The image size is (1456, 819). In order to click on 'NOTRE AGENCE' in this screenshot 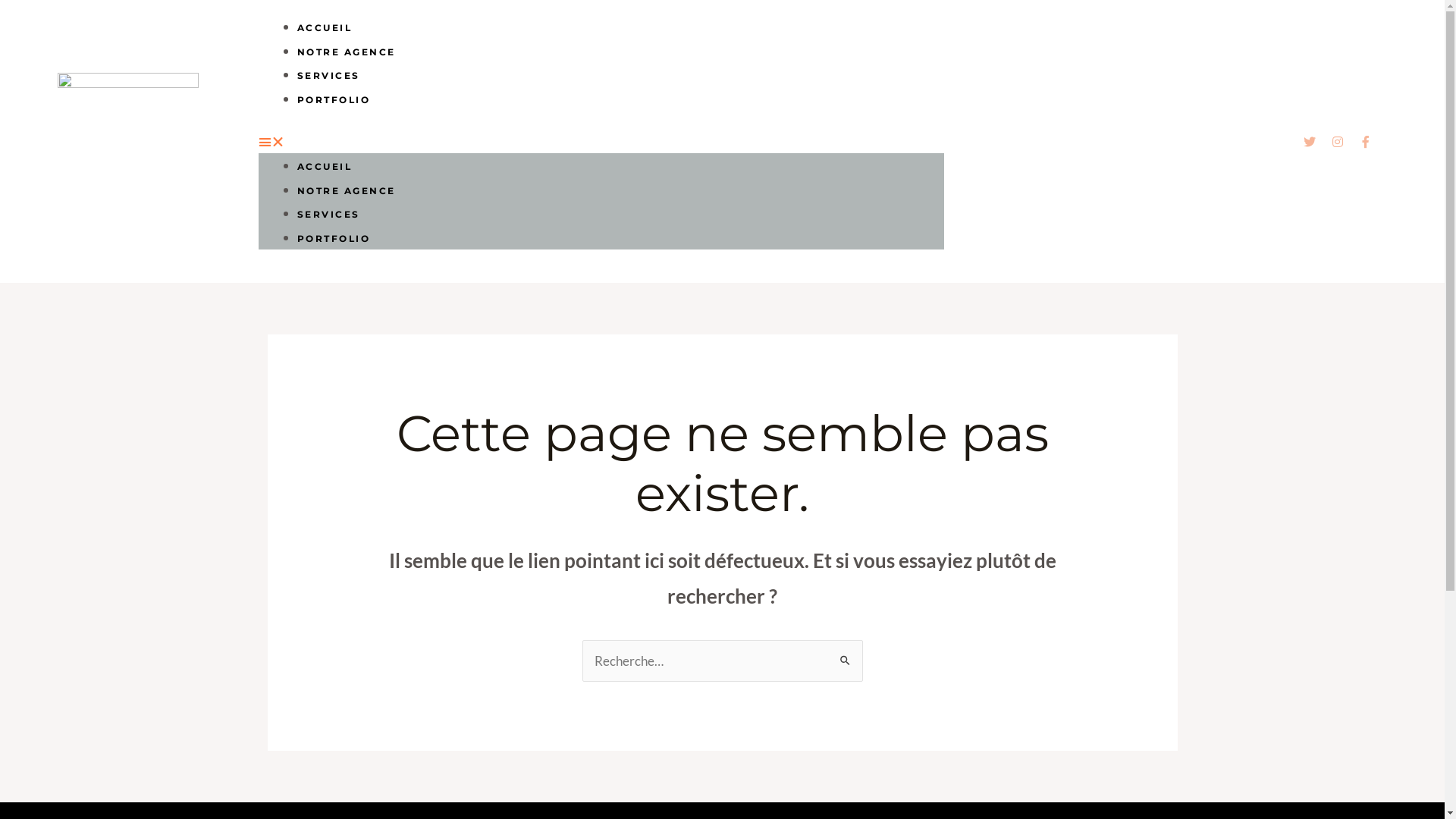, I will do `click(345, 51)`.